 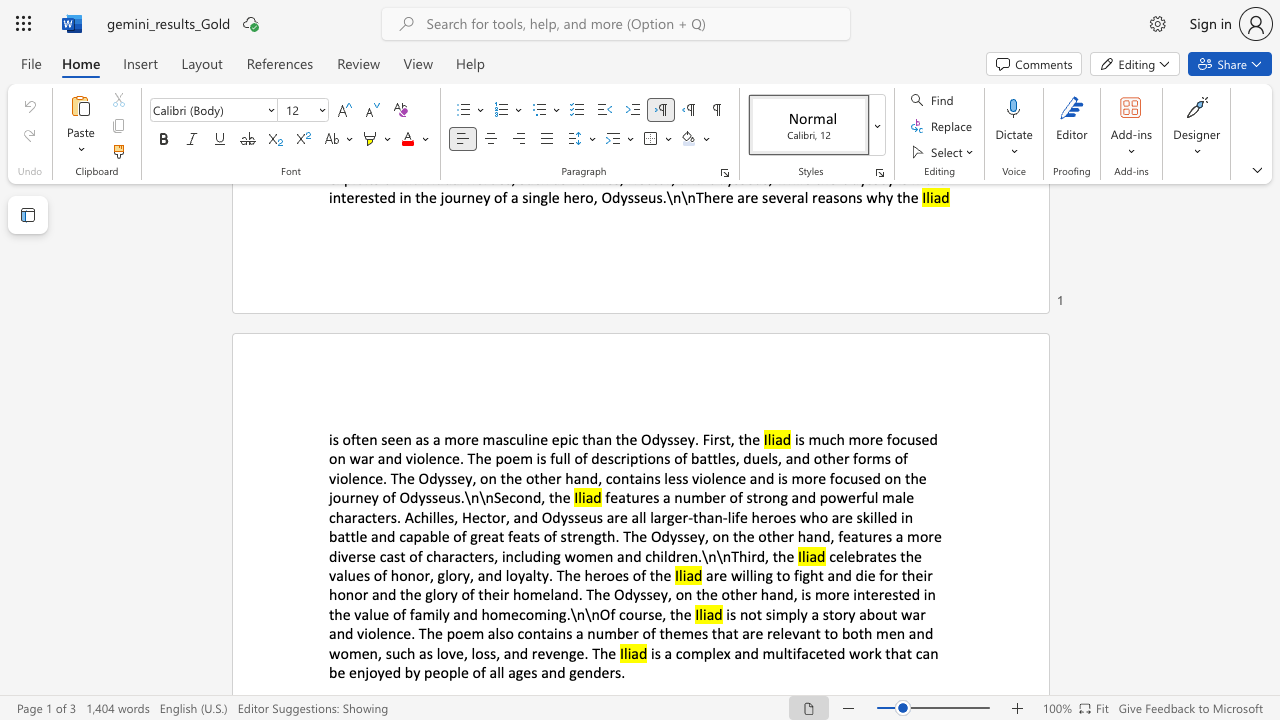 What do you see at coordinates (770, 613) in the screenshot?
I see `the subset text "imply a story about war and violence. The poem also contains a n" within the text "is not simply a story about war and violence. The poem also contains a number of themes that are relevant to both men and women, such as love, loss, and revenge. The"` at bounding box center [770, 613].